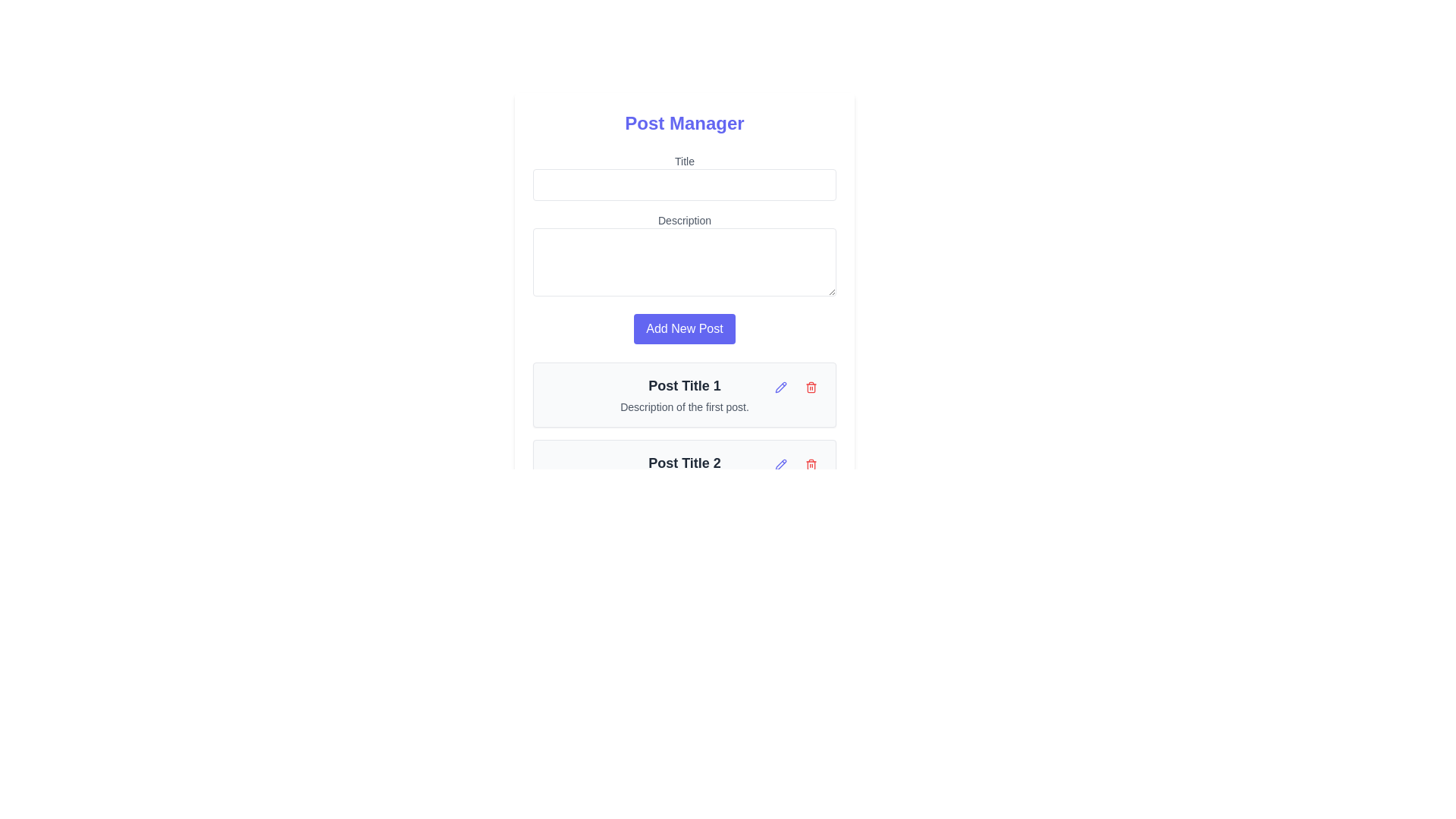  What do you see at coordinates (683, 220) in the screenshot?
I see `the Text Label that guides the user for the textarea input field located directly below it, positioned at the top-center of the interface` at bounding box center [683, 220].